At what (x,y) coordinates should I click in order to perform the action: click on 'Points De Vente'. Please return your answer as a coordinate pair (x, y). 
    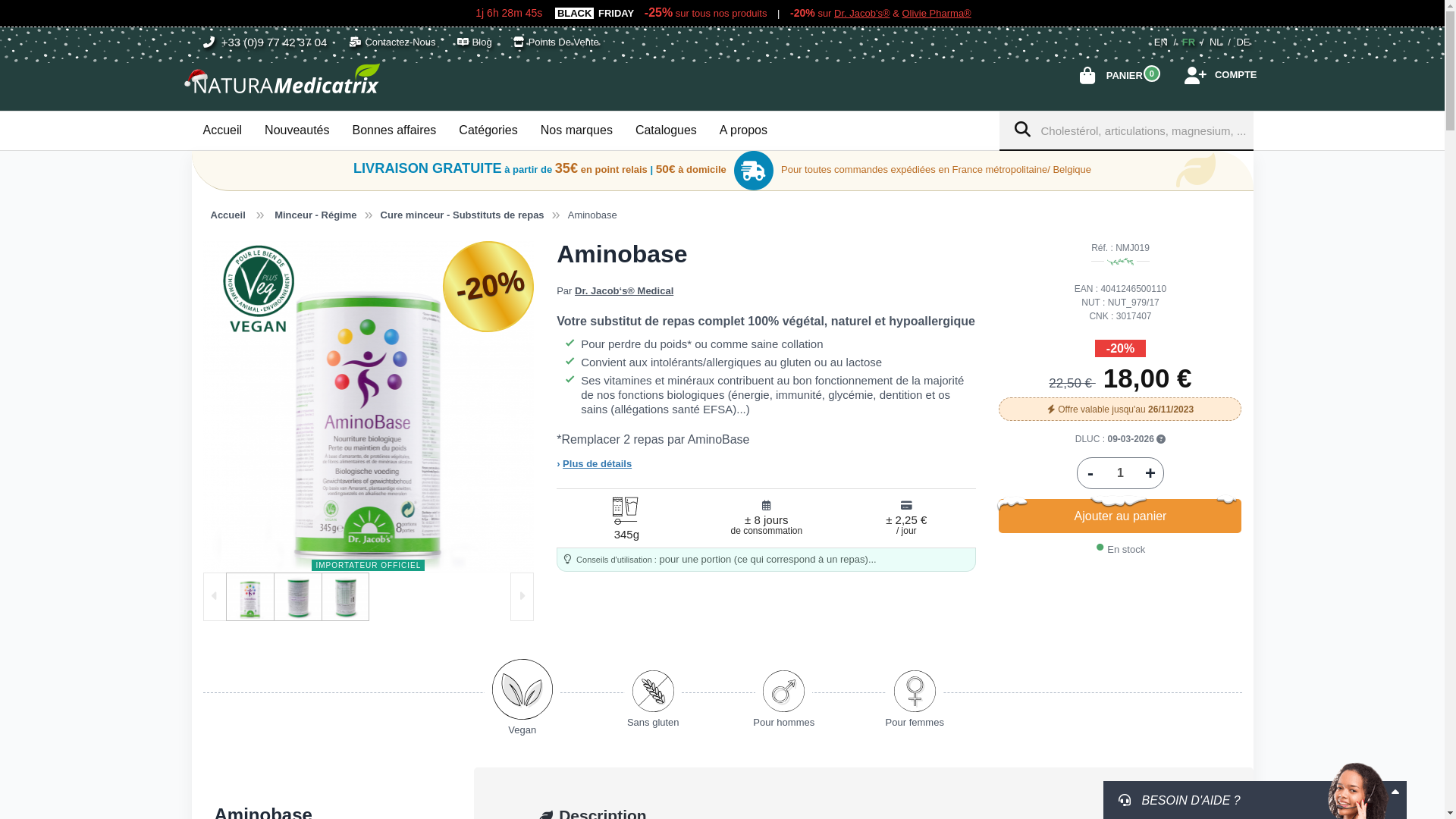
    Looking at the image, I should click on (555, 42).